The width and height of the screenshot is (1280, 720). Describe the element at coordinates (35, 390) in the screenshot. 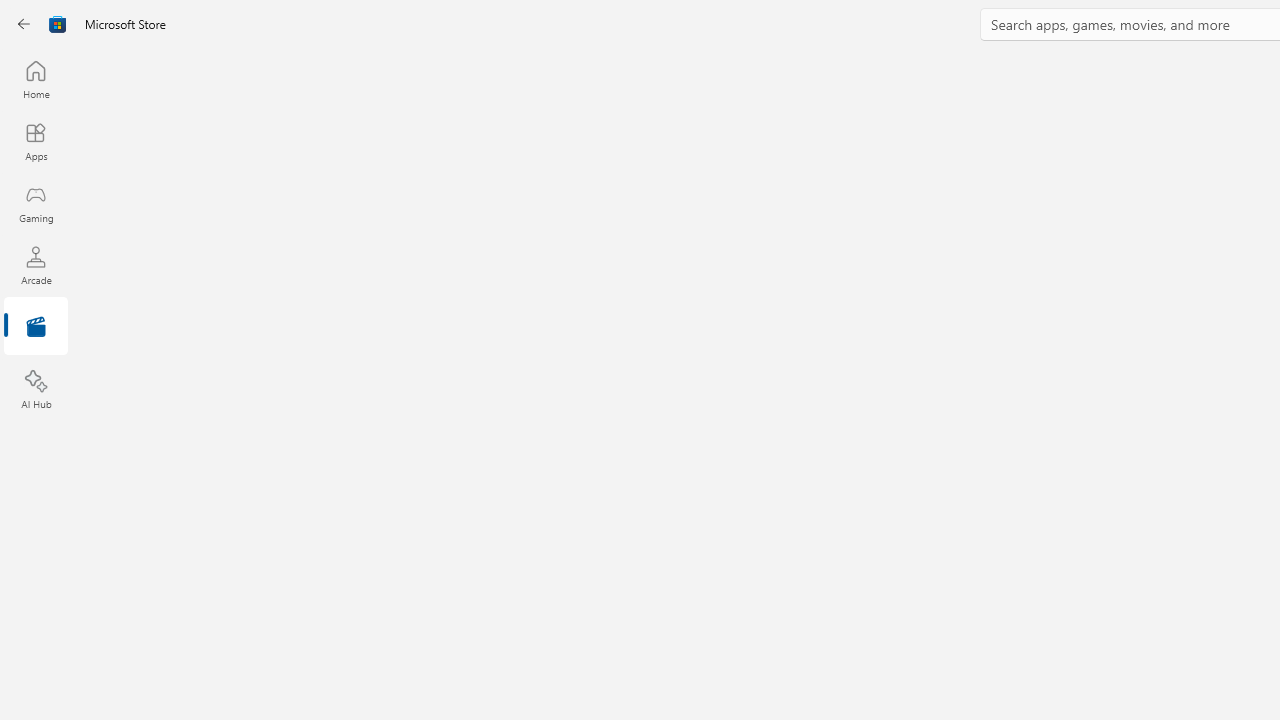

I see `'AI Hub'` at that location.